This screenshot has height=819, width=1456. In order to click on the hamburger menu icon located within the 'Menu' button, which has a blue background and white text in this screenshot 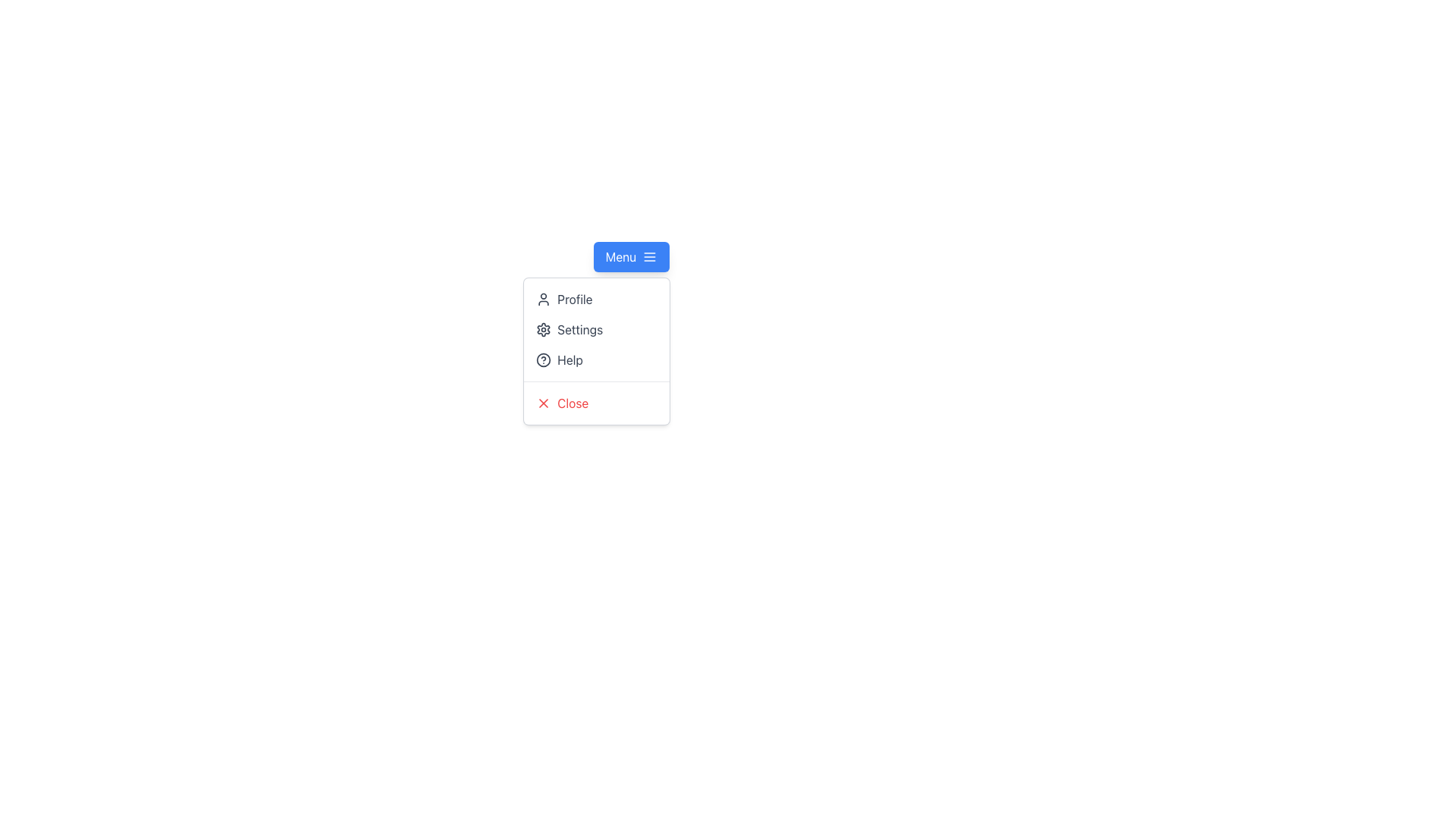, I will do `click(650, 256)`.